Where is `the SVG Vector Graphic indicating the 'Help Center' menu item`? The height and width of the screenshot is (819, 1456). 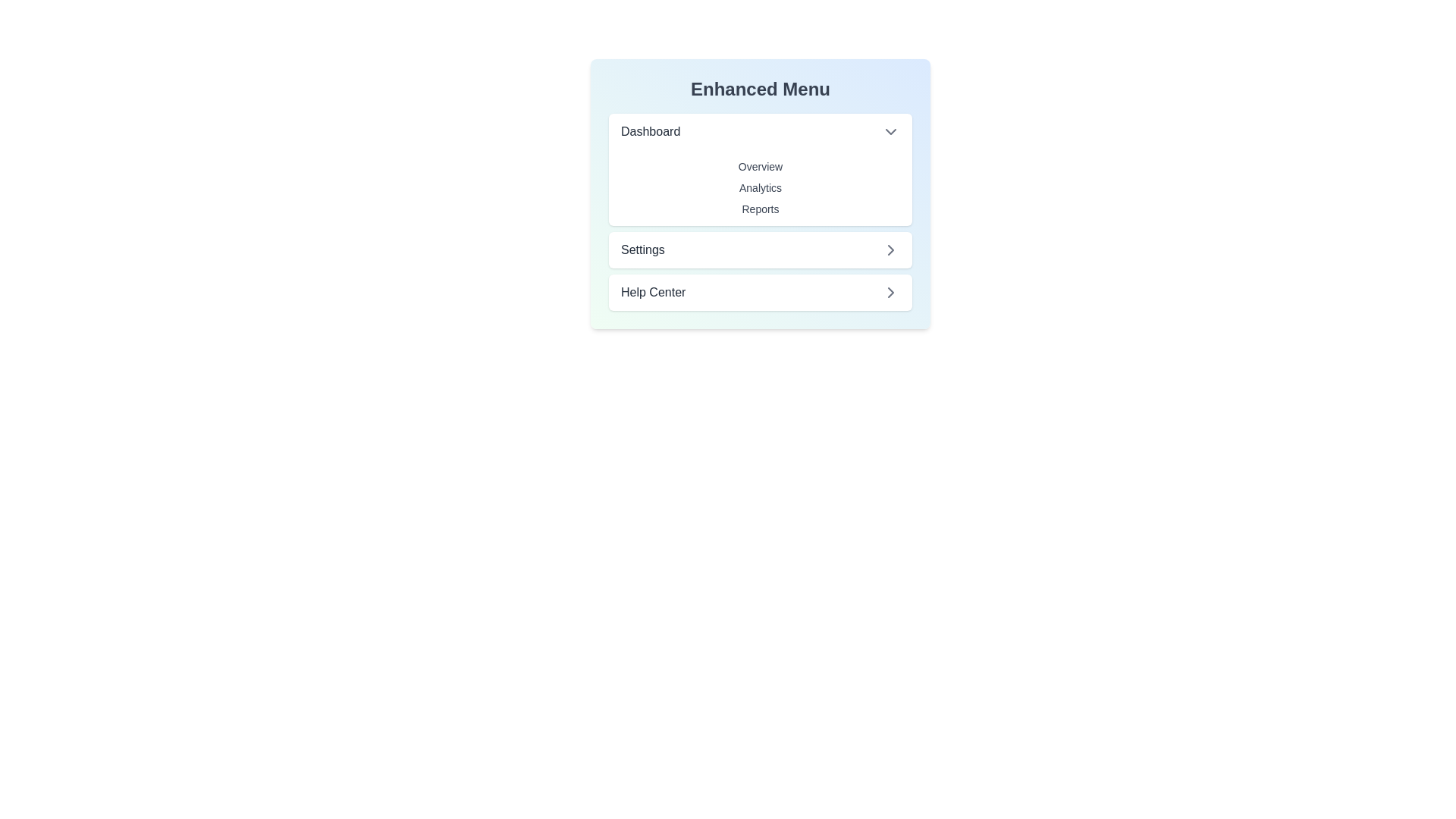
the SVG Vector Graphic indicating the 'Help Center' menu item is located at coordinates (891, 292).